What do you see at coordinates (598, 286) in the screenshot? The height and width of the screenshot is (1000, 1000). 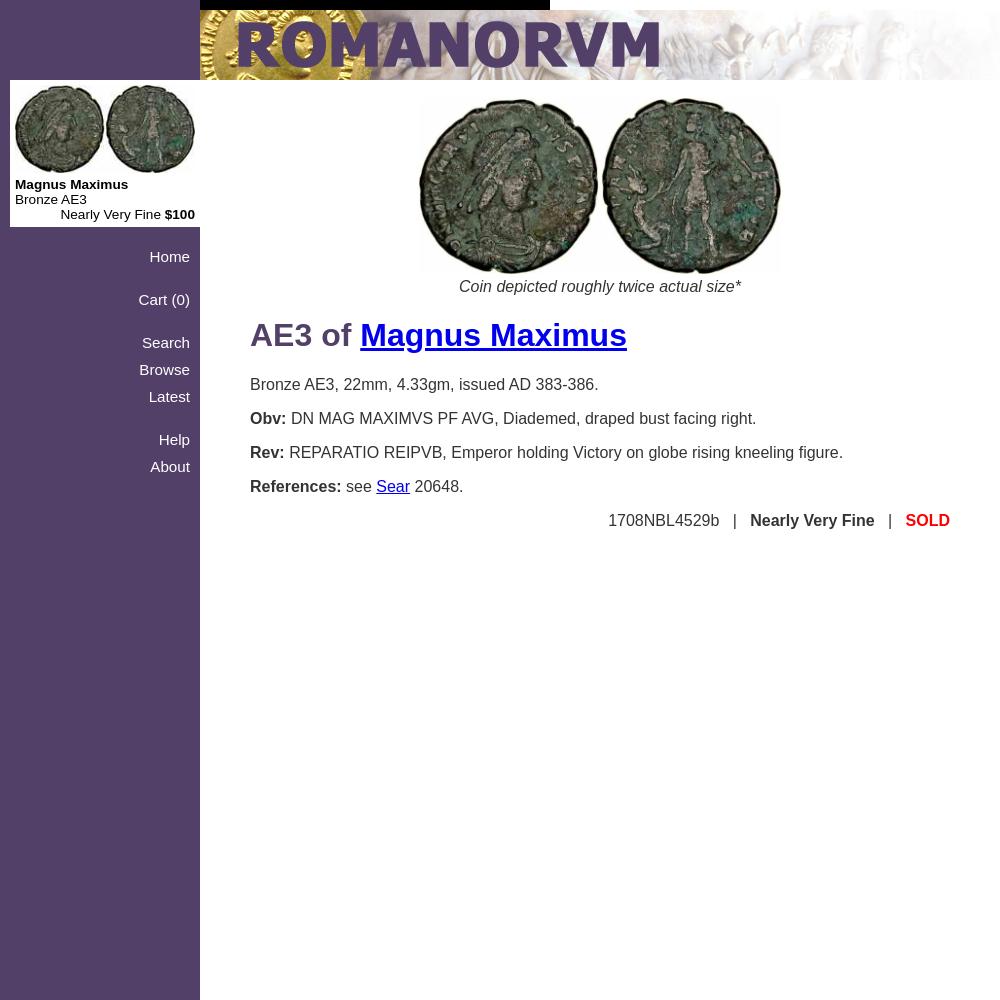 I see `'Coin depicted roughly twice actual size*'` at bounding box center [598, 286].